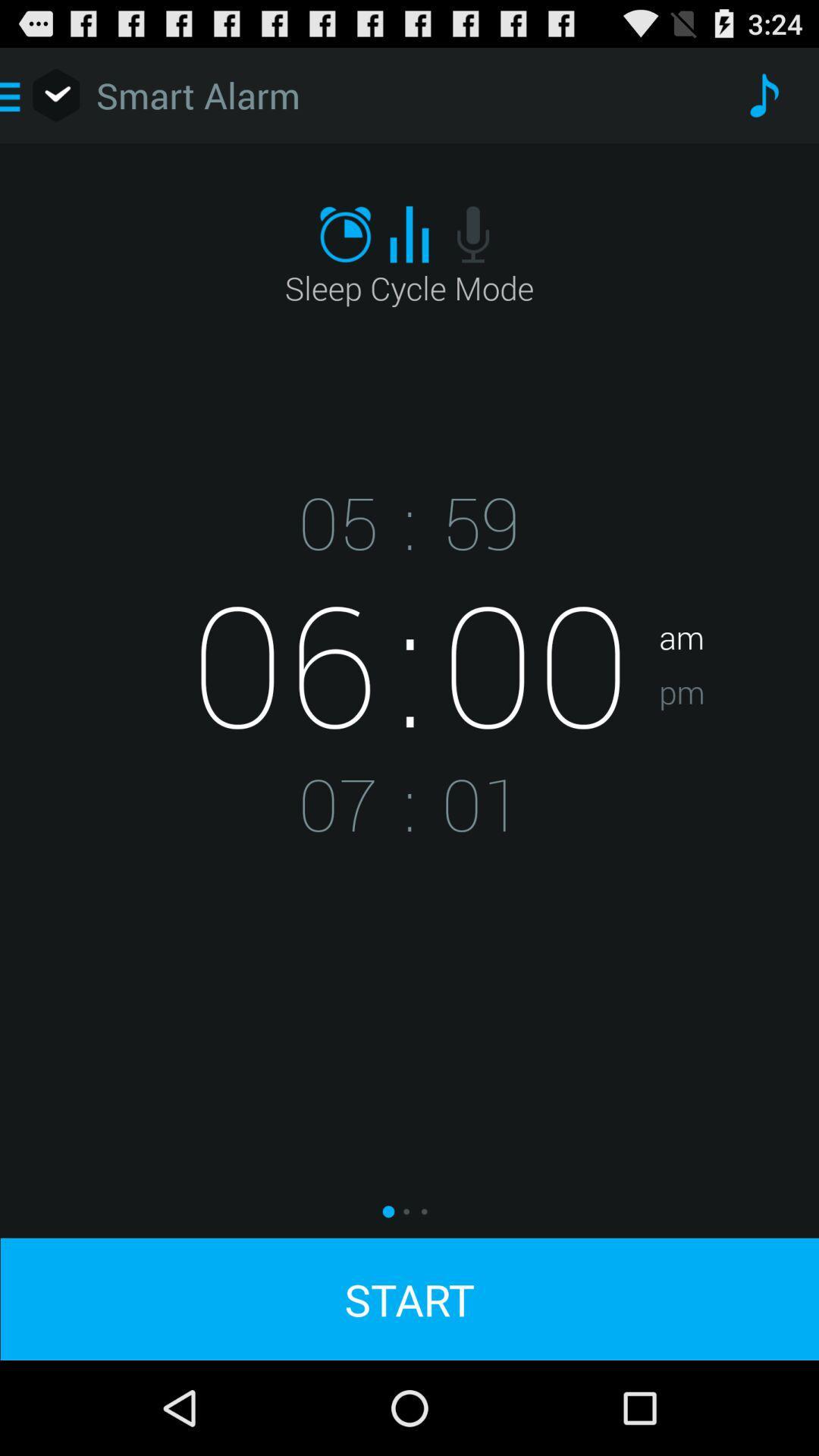  Describe the element at coordinates (738, 739) in the screenshot. I see `the icon below the am icon` at that location.